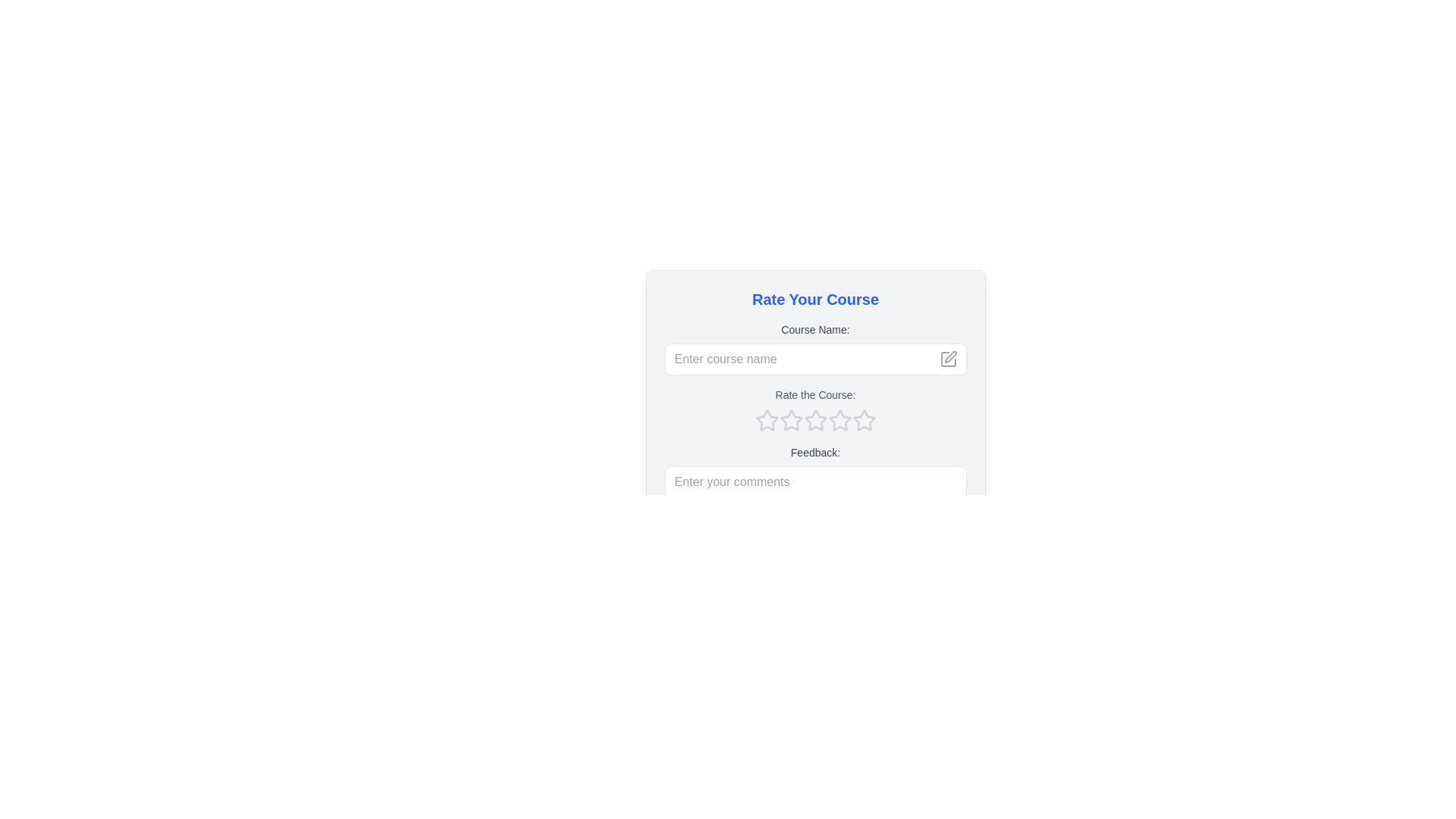 This screenshot has height=819, width=1456. What do you see at coordinates (864, 421) in the screenshot?
I see `the fifth hollow star-shaped rating icon outlined in gray located beneath the 'Rate the Course' label` at bounding box center [864, 421].